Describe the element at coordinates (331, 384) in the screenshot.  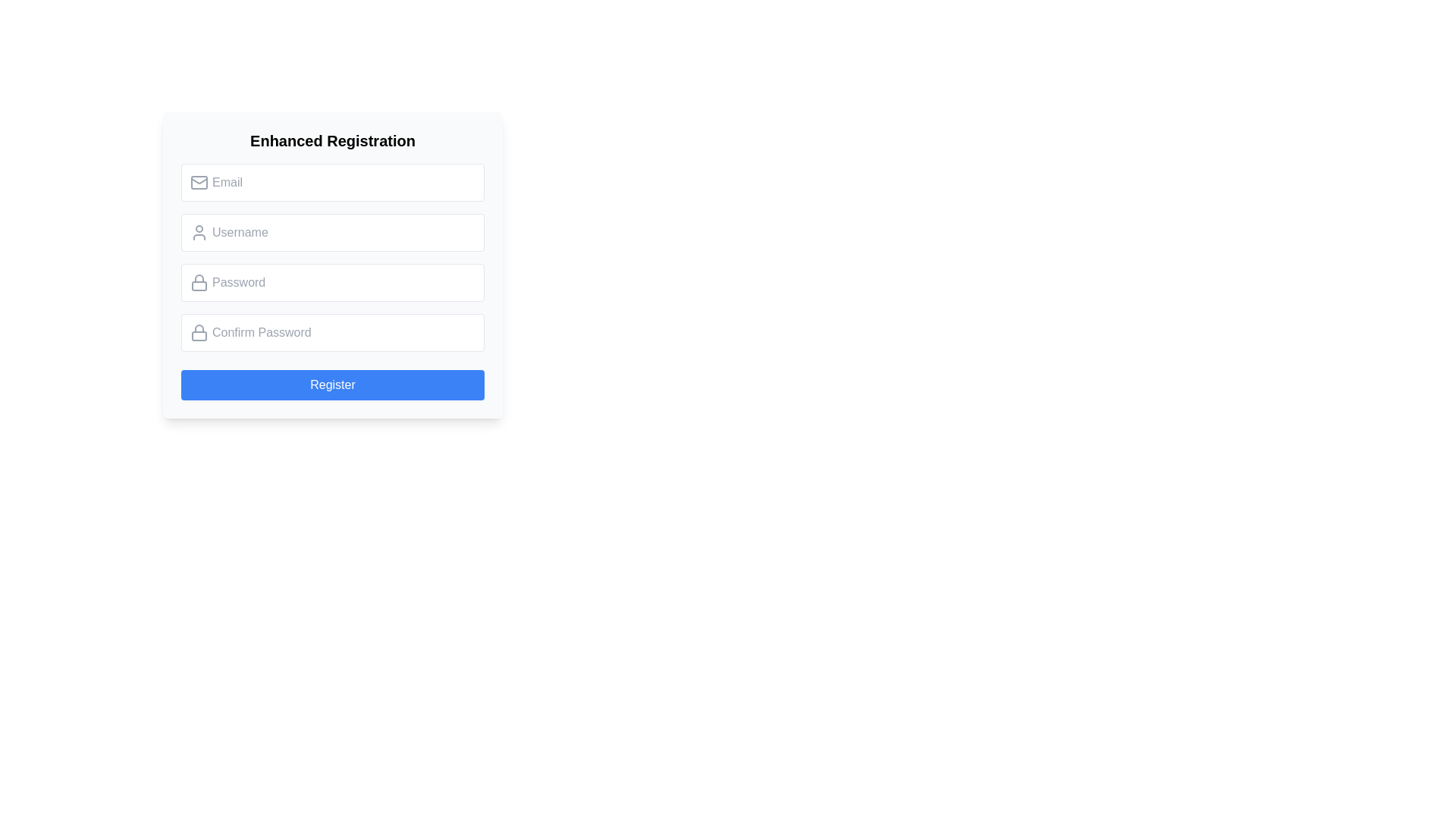
I see `the submission button located at the bottom of the 'Enhanced Registration' card` at that location.